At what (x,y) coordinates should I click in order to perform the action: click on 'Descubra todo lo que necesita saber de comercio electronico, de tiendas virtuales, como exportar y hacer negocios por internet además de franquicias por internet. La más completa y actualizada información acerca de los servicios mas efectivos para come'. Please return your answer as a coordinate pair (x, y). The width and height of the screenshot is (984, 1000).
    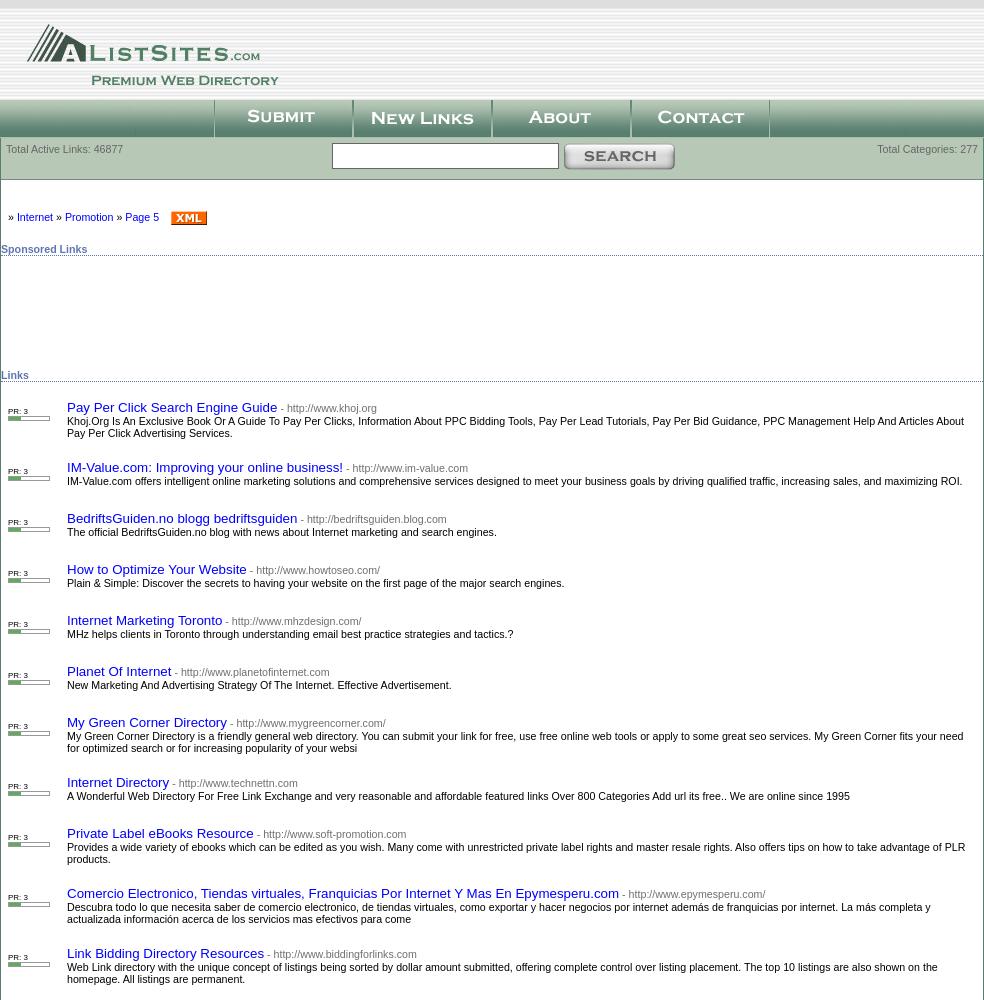
    Looking at the image, I should click on (497, 912).